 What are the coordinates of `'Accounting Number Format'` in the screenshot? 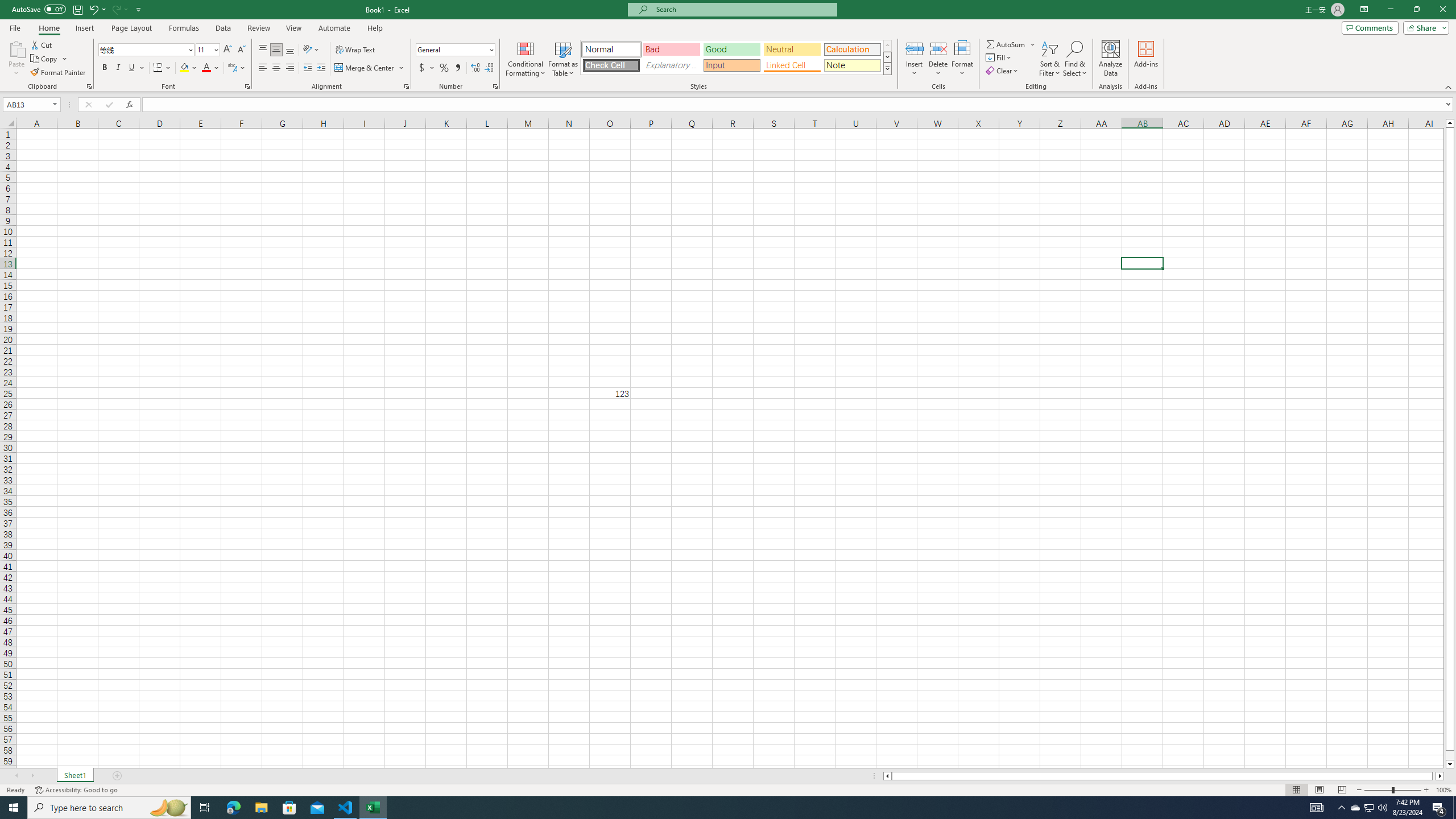 It's located at (421, 67).